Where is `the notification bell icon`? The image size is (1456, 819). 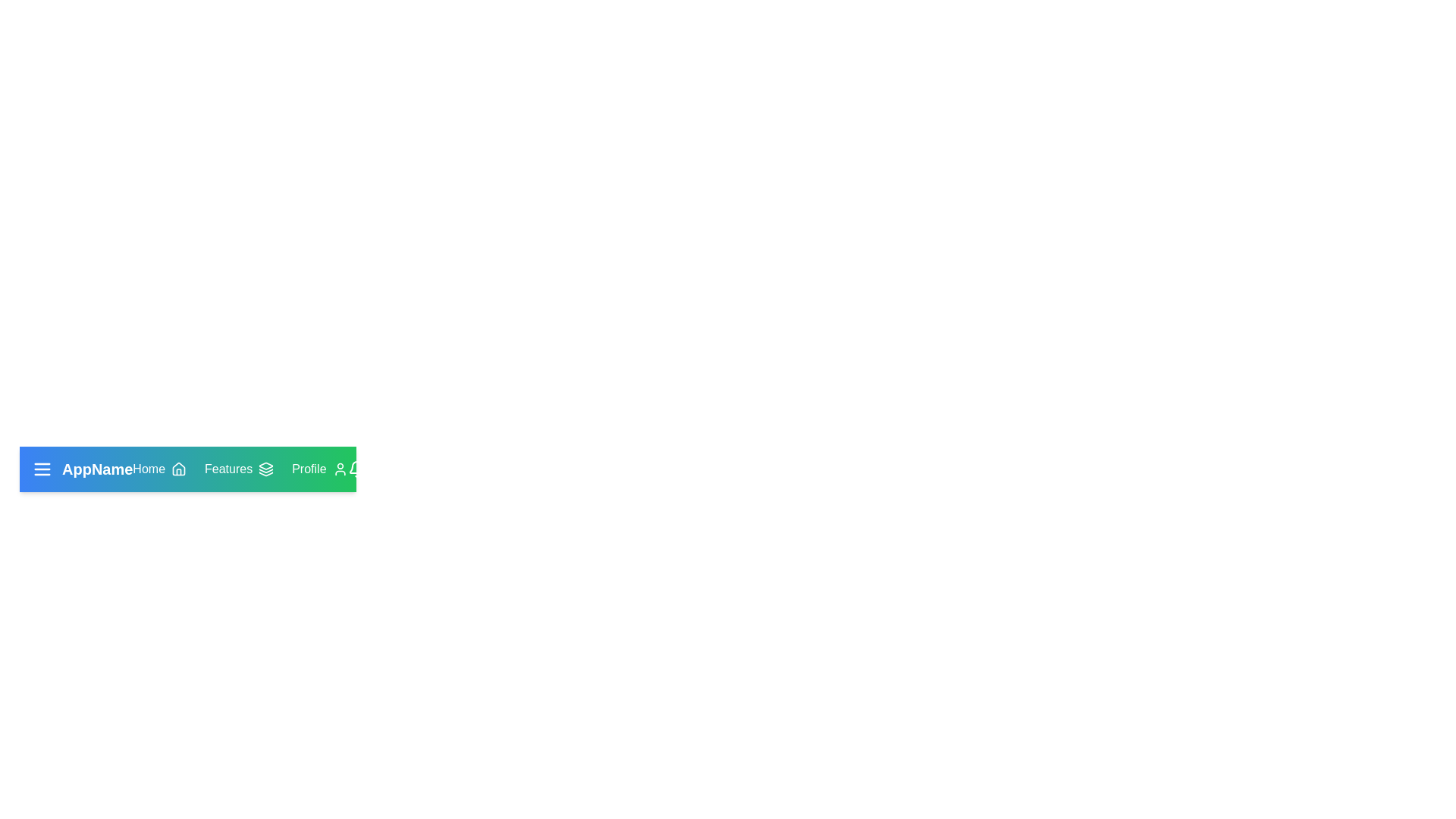
the notification bell icon is located at coordinates (356, 468).